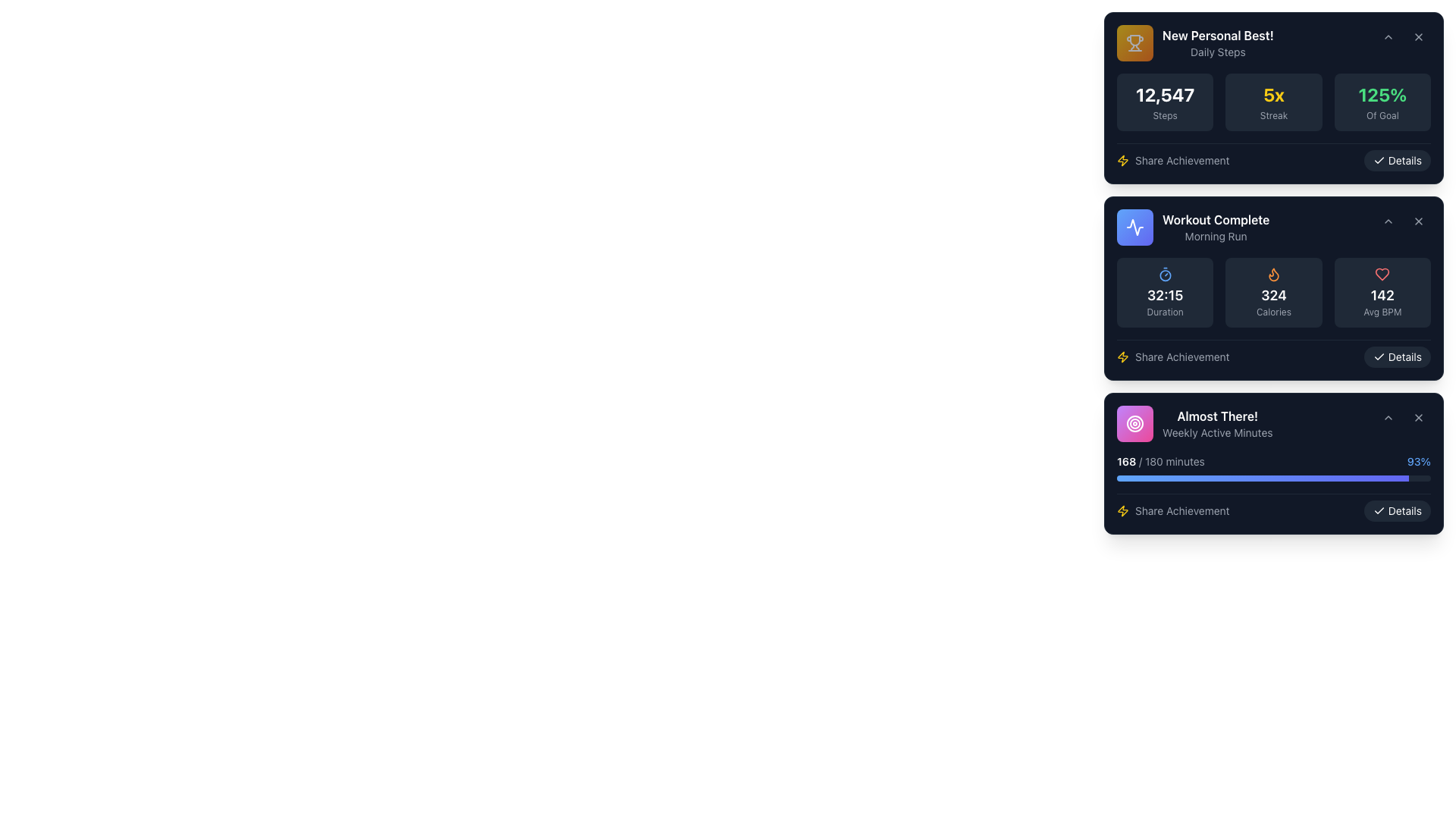  I want to click on the dismiss button shaped like an 'X' located at the upper-right corner of the 'New Personal Best!' achievement card, so click(1418, 36).